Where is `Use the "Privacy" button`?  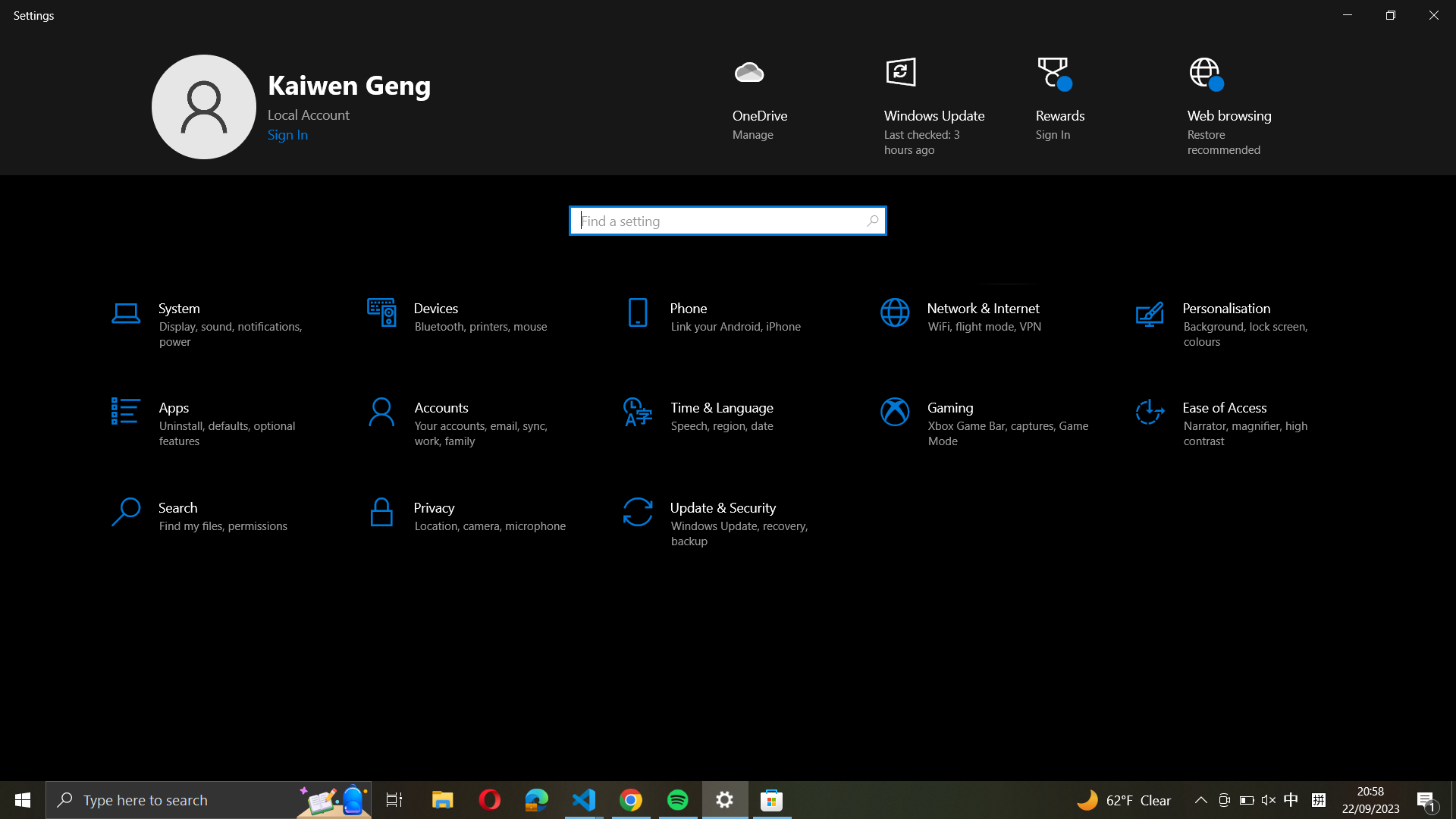
Use the "Privacy" button is located at coordinates (472, 514).